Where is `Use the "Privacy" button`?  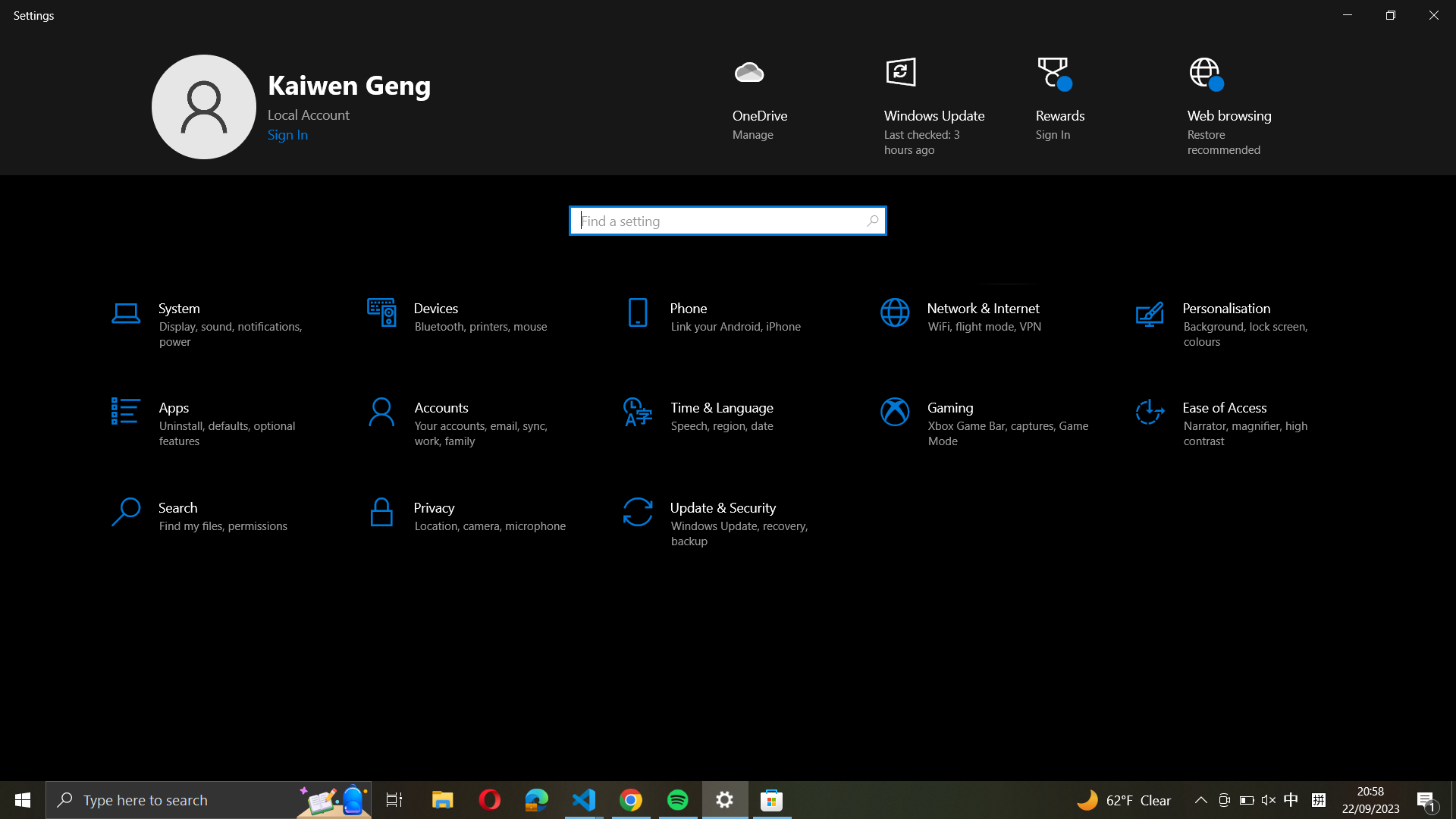
Use the "Privacy" button is located at coordinates (472, 514).